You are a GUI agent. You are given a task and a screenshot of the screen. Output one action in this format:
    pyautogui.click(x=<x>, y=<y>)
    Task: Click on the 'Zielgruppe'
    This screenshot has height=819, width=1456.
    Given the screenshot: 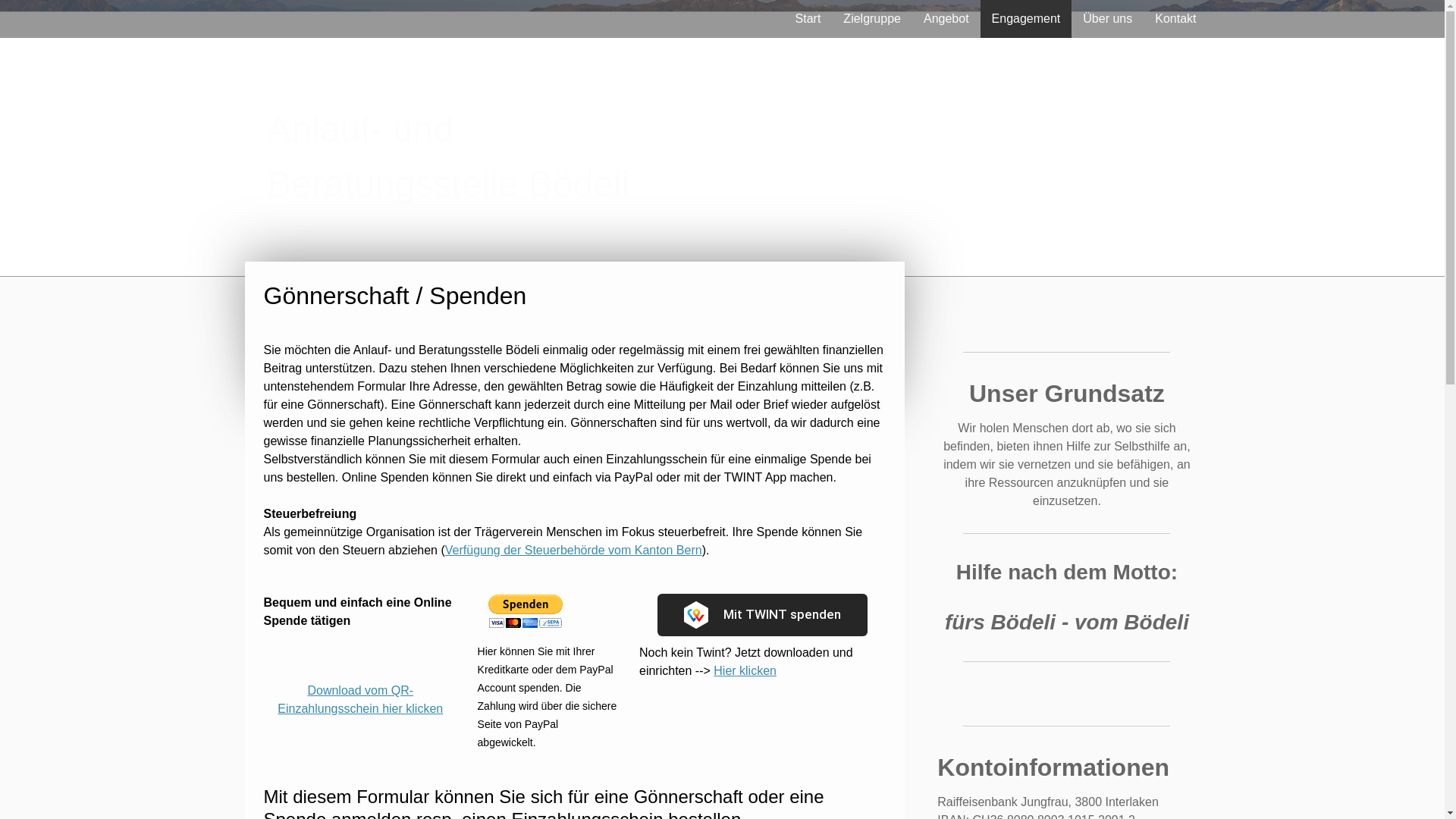 What is the action you would take?
    pyautogui.click(x=872, y=18)
    